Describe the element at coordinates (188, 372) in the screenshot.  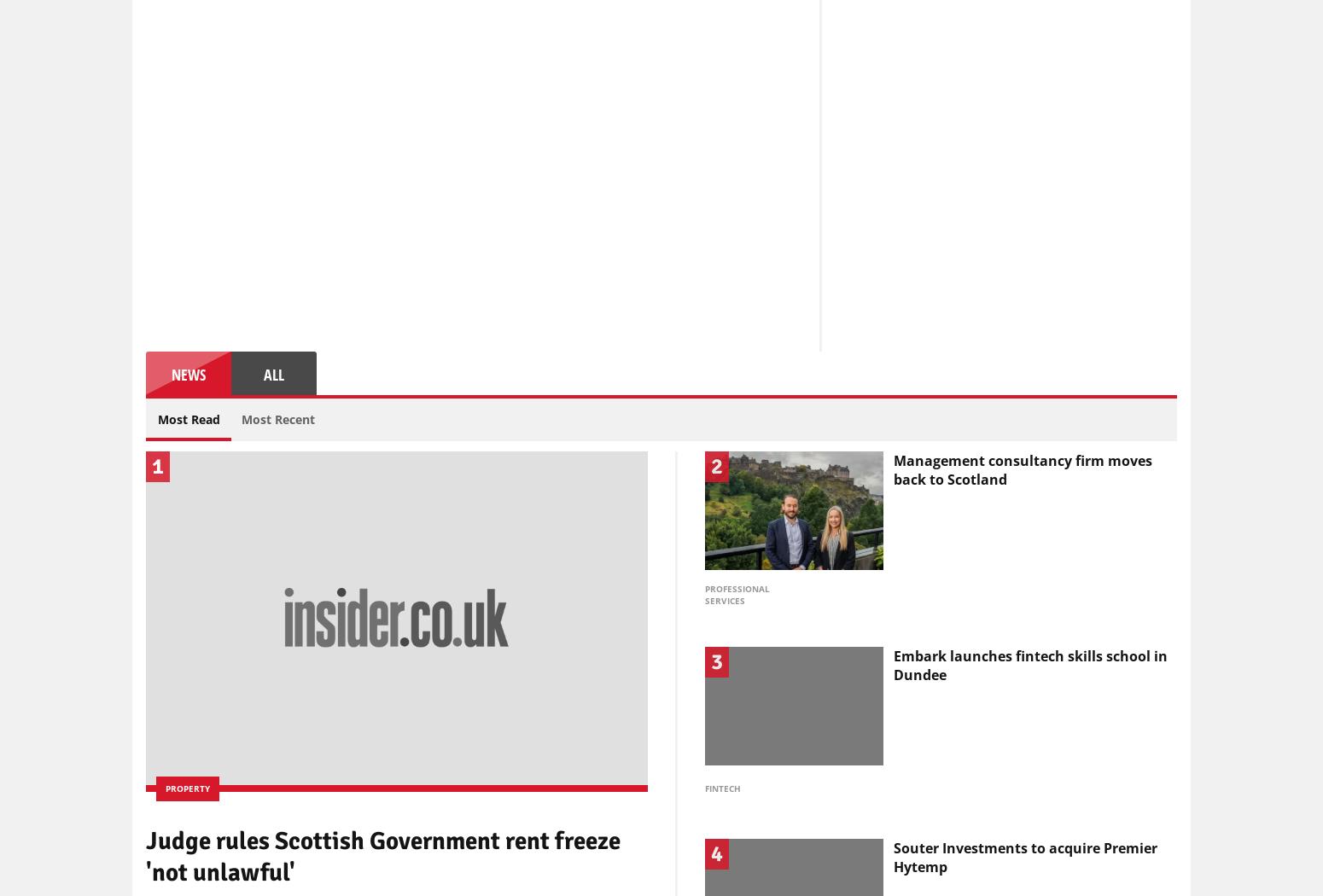
I see `'News'` at that location.